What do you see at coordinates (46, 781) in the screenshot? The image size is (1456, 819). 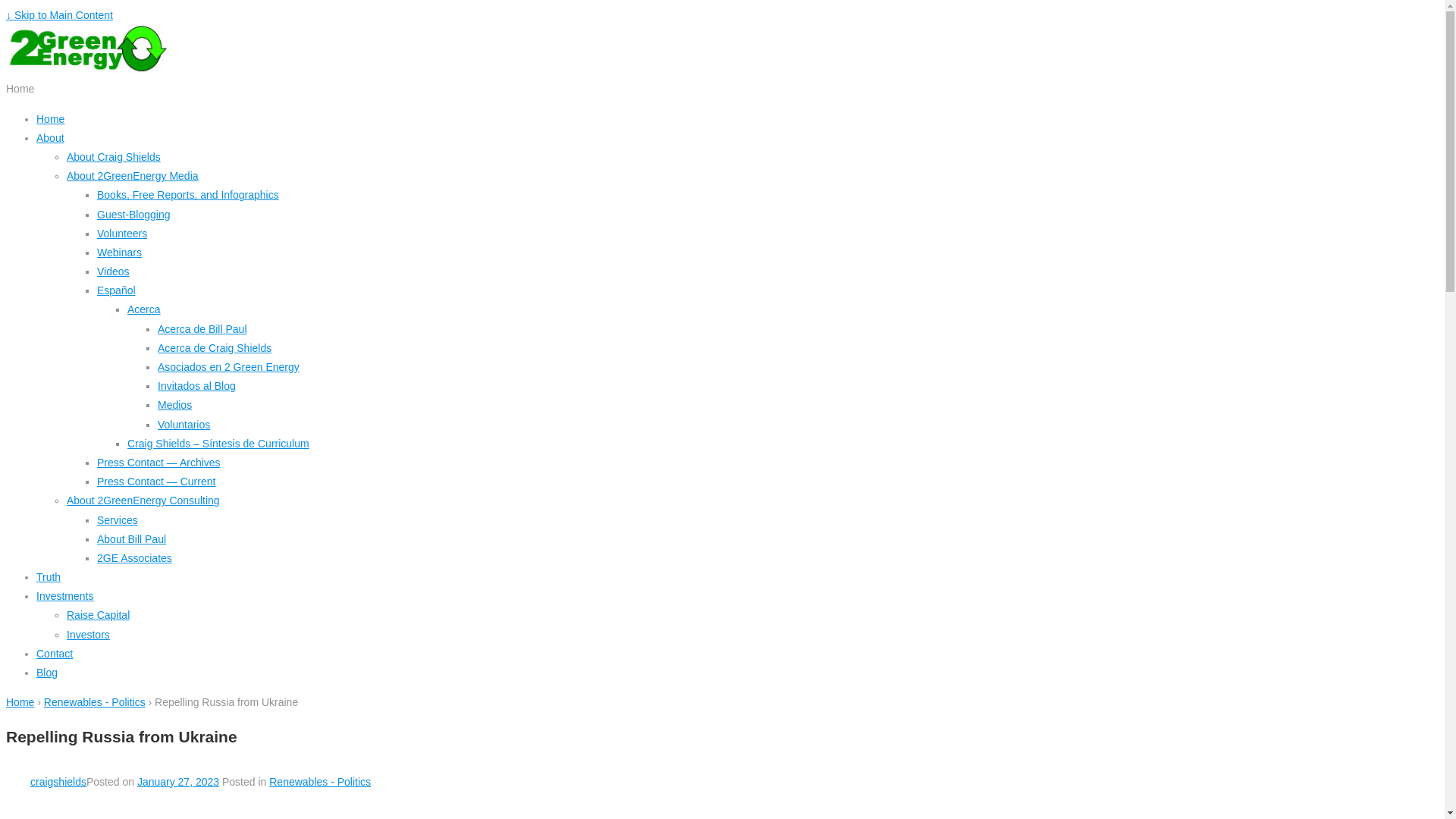 I see `'craigshields'` at bounding box center [46, 781].